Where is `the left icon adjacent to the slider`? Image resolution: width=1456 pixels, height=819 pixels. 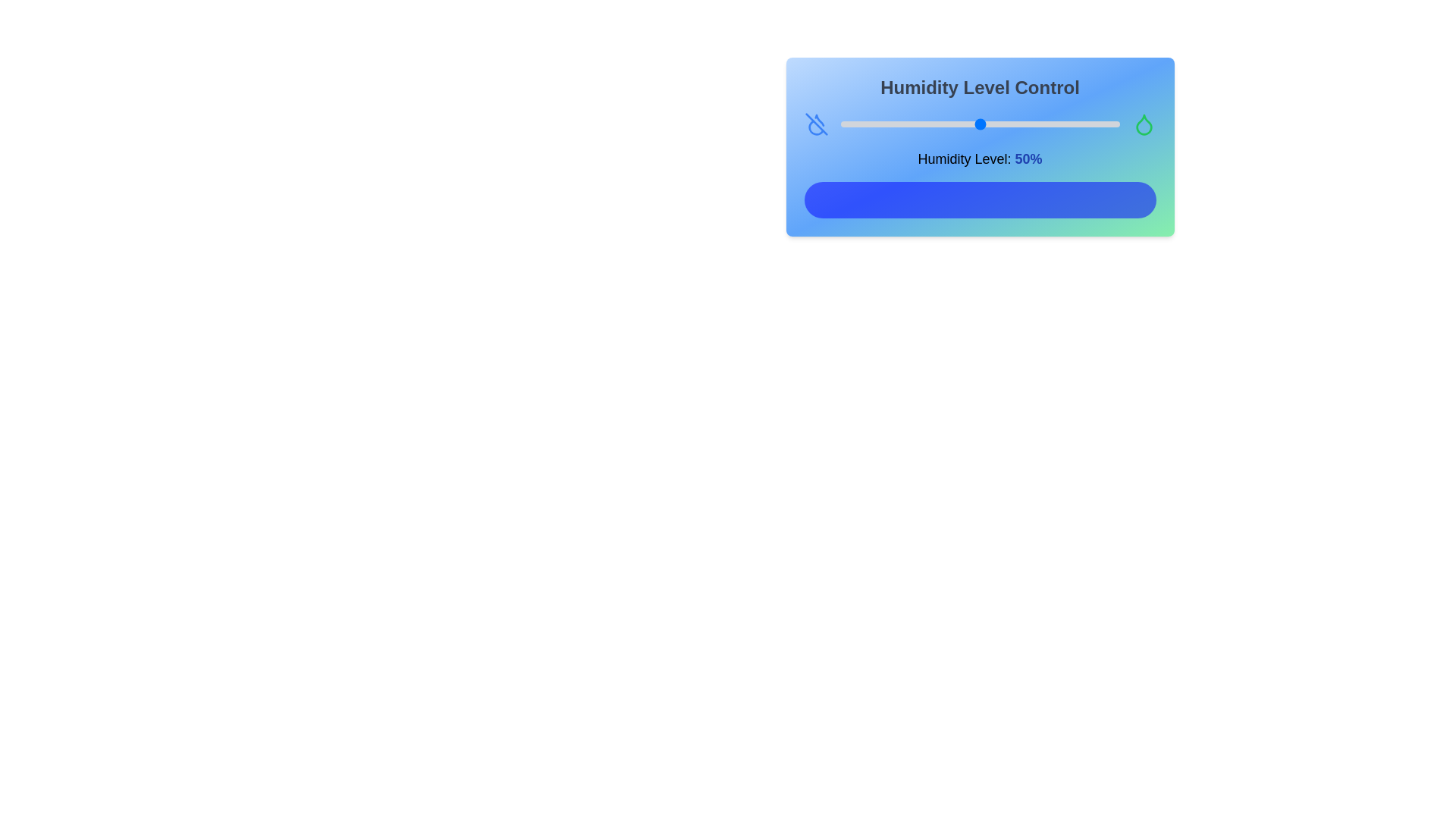
the left icon adjacent to the slider is located at coordinates (815, 124).